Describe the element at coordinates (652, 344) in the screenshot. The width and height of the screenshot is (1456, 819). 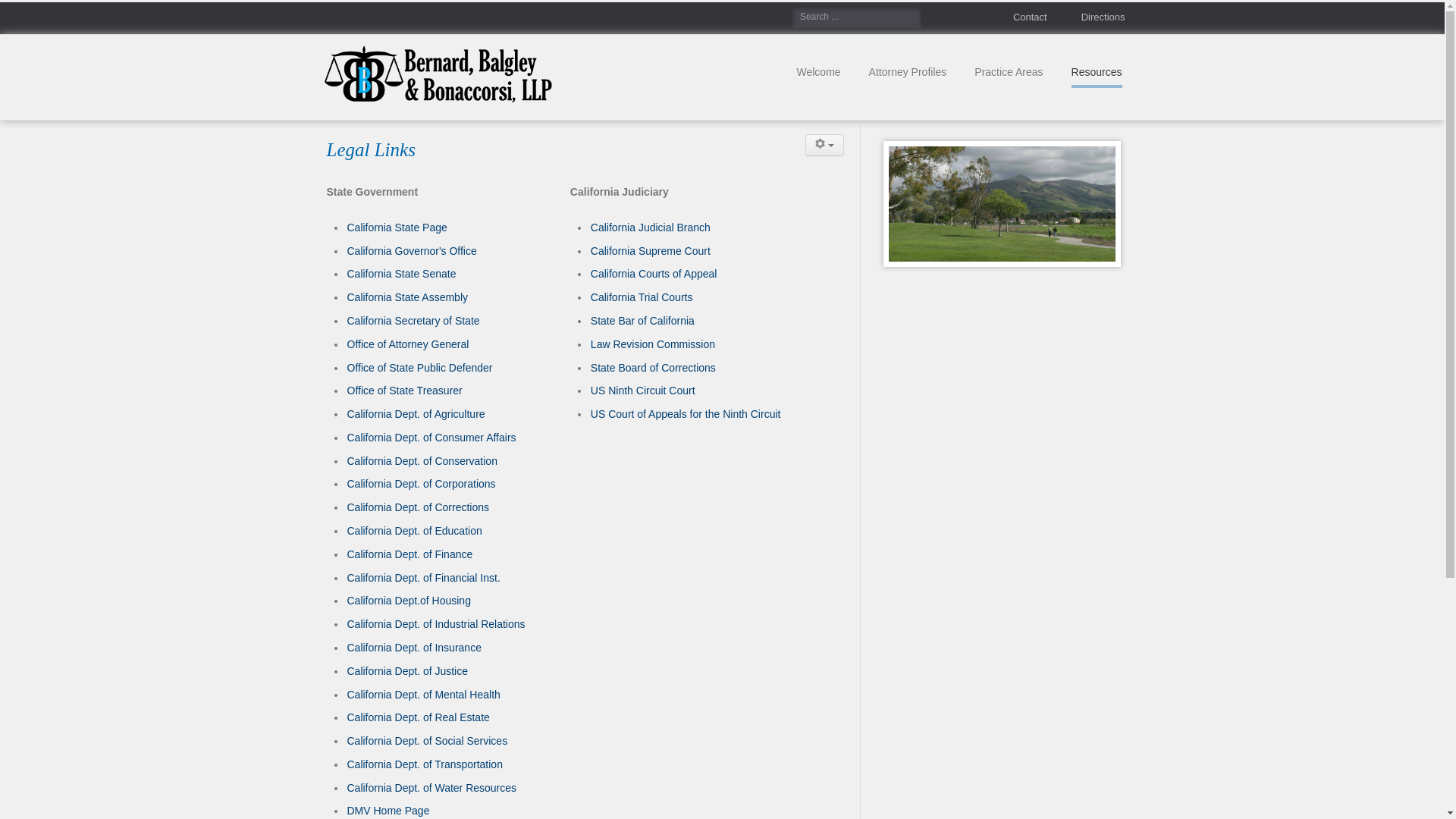
I see `'Law Revision Commission'` at that location.